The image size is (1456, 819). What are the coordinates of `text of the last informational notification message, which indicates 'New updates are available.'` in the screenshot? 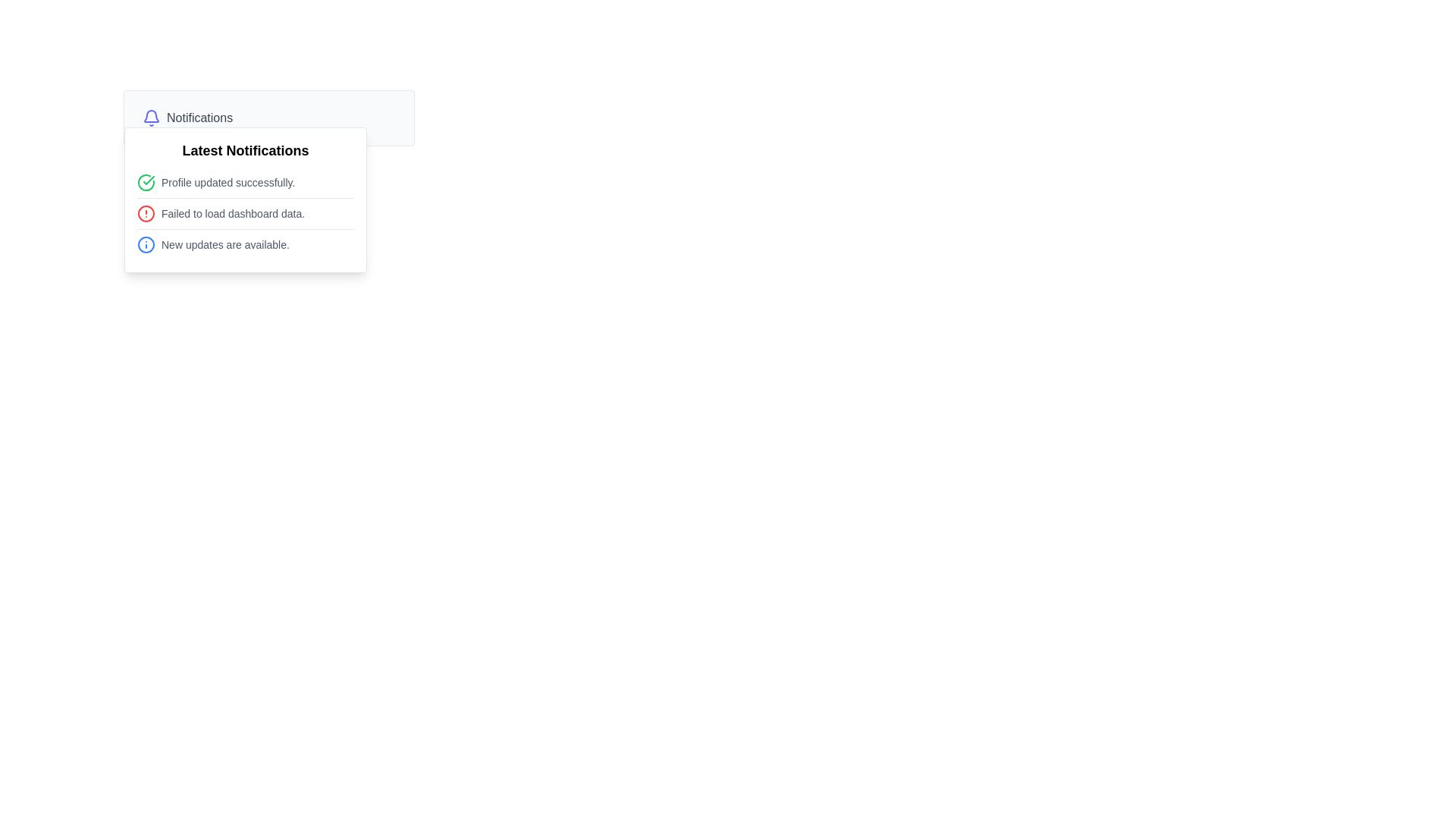 It's located at (246, 243).